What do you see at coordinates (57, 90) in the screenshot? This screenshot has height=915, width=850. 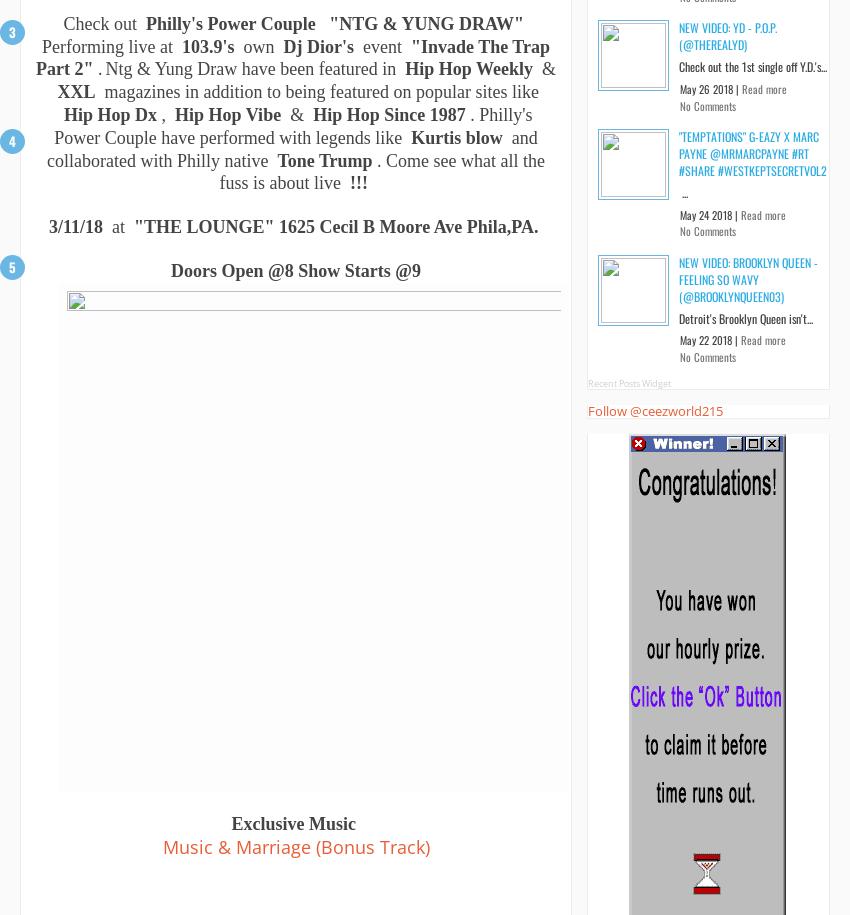 I see `'XXL'` at bounding box center [57, 90].